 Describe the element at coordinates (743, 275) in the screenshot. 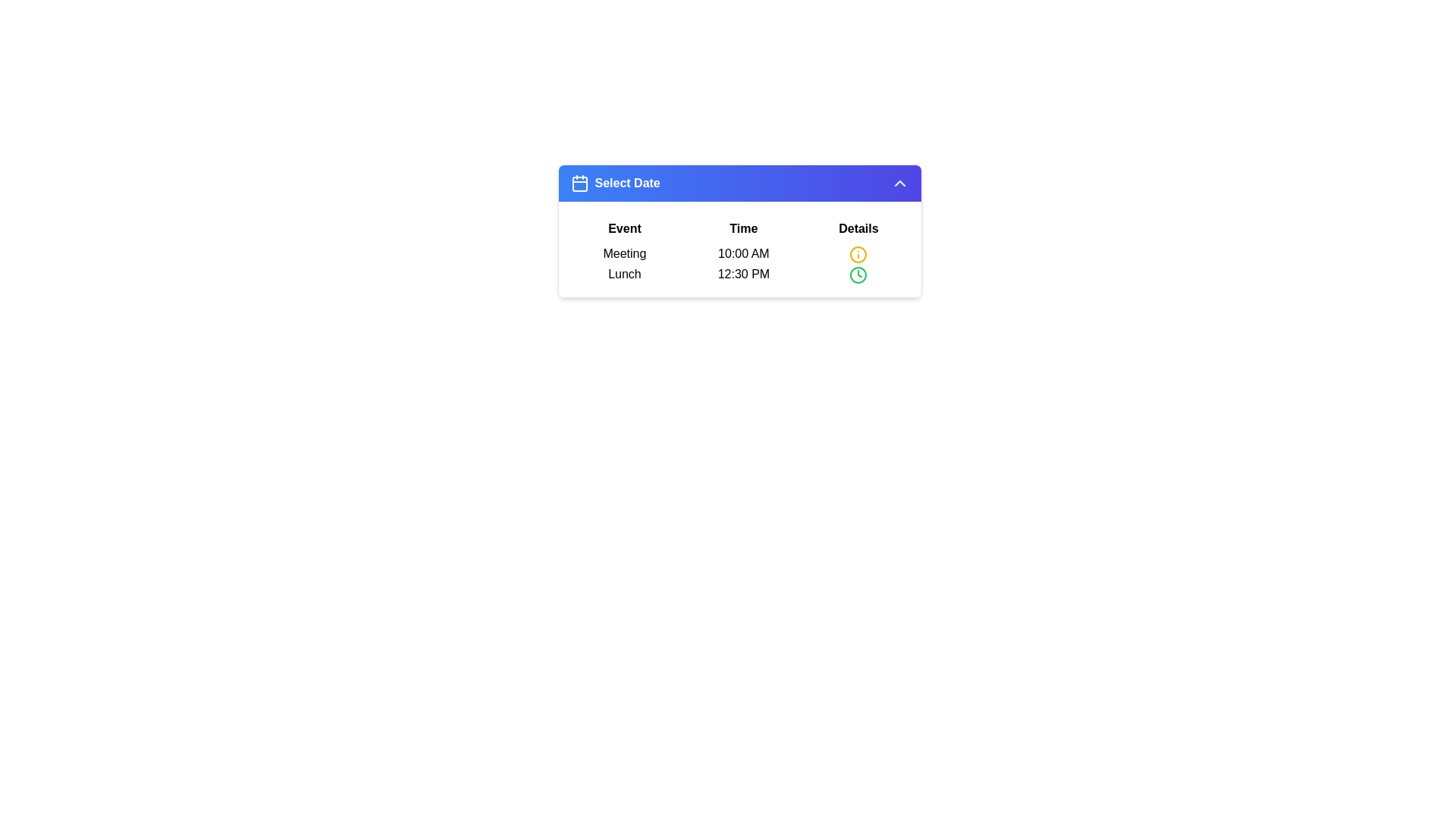

I see `the text label displaying '12:30 PM' in the 'Time' column under the 'Lunch' row` at that location.